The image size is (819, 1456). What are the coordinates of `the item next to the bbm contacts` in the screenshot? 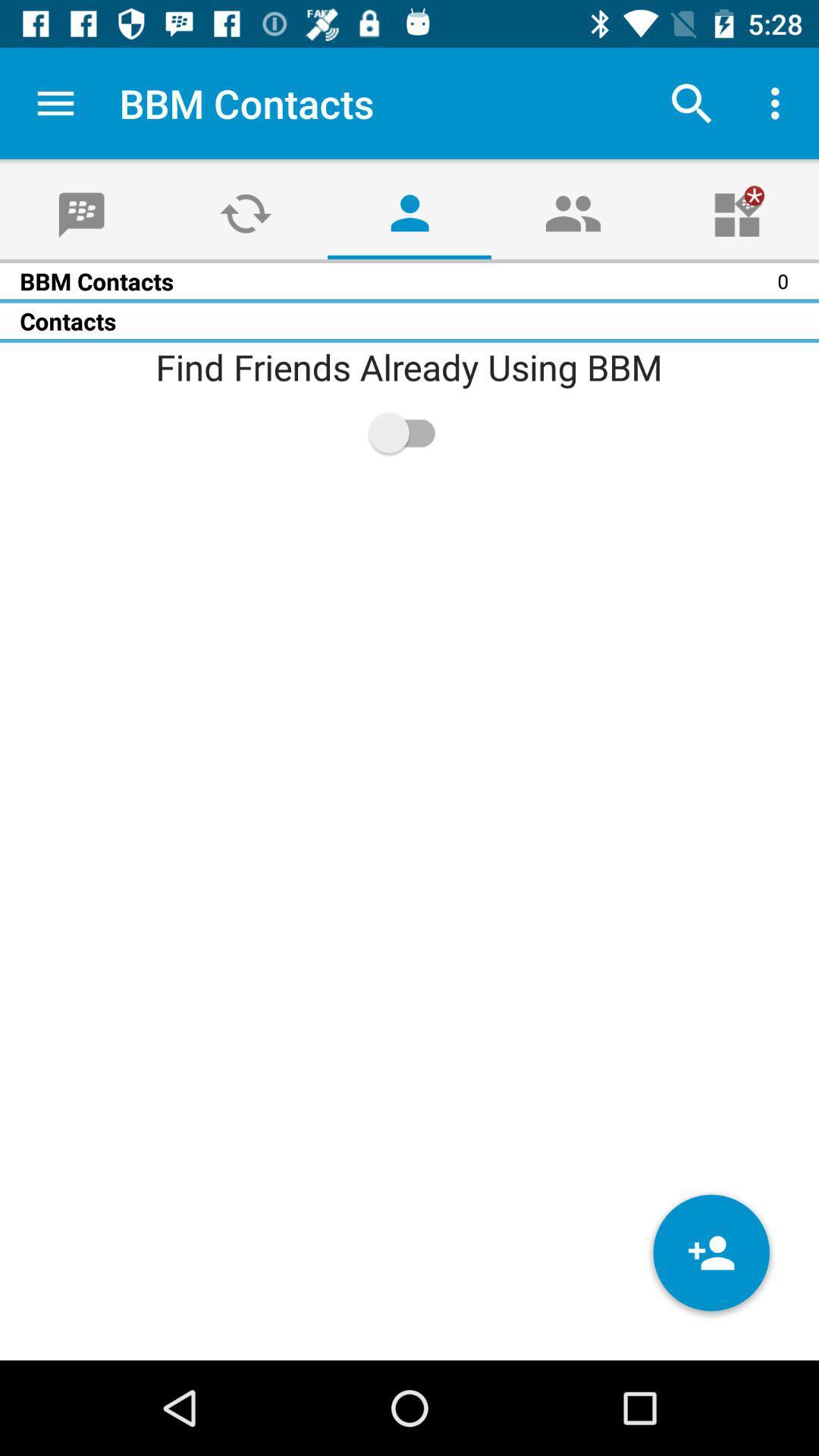 It's located at (55, 102).